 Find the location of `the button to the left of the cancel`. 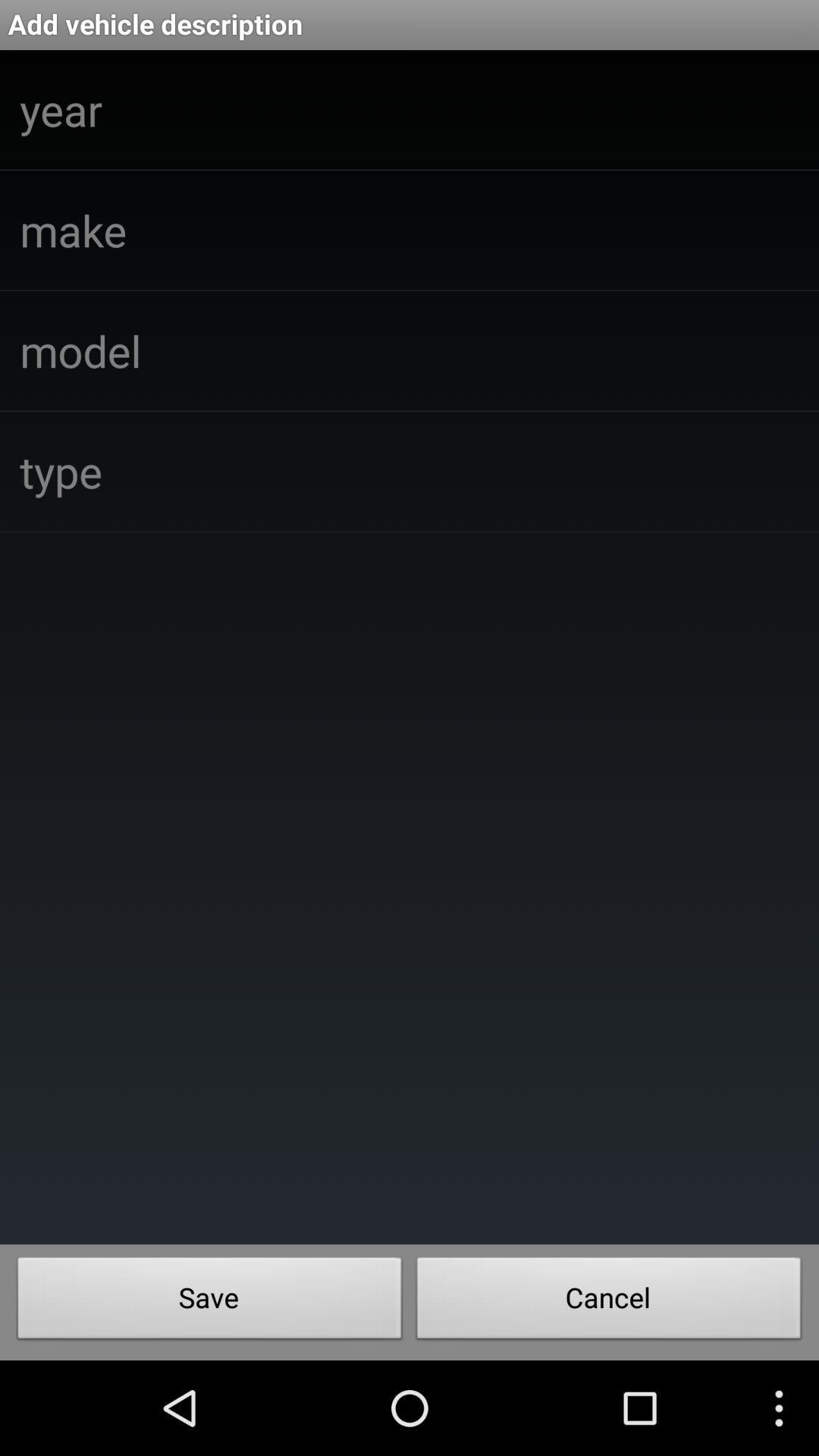

the button to the left of the cancel is located at coordinates (209, 1301).